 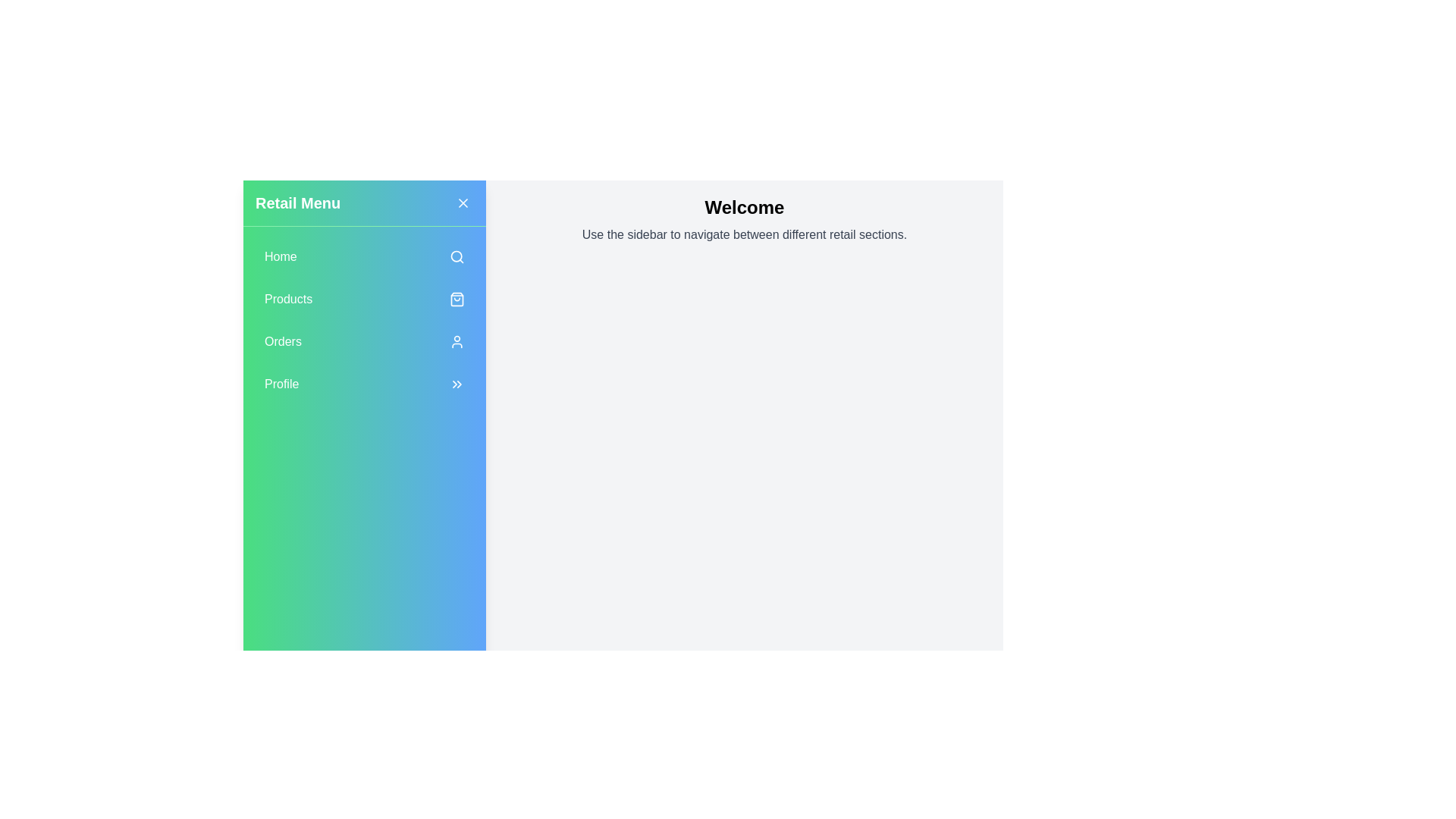 I want to click on the small shopping bag icon with a minimalist outline style, rendered in white on a blue background, located at the far right of the 'Products' item in the vertical navigation bar, so click(x=457, y=299).